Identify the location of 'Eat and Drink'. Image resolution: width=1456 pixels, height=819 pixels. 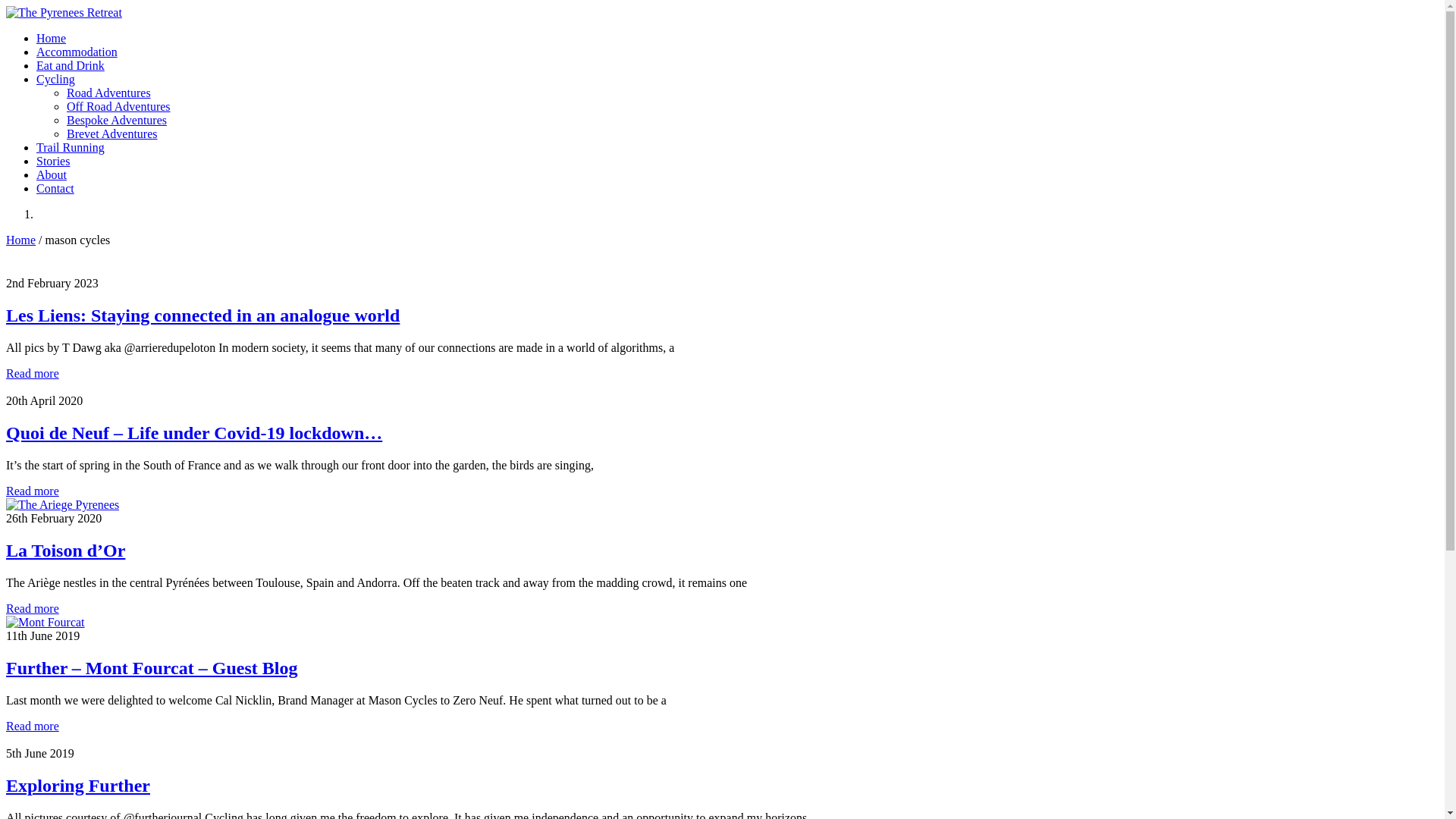
(69, 64).